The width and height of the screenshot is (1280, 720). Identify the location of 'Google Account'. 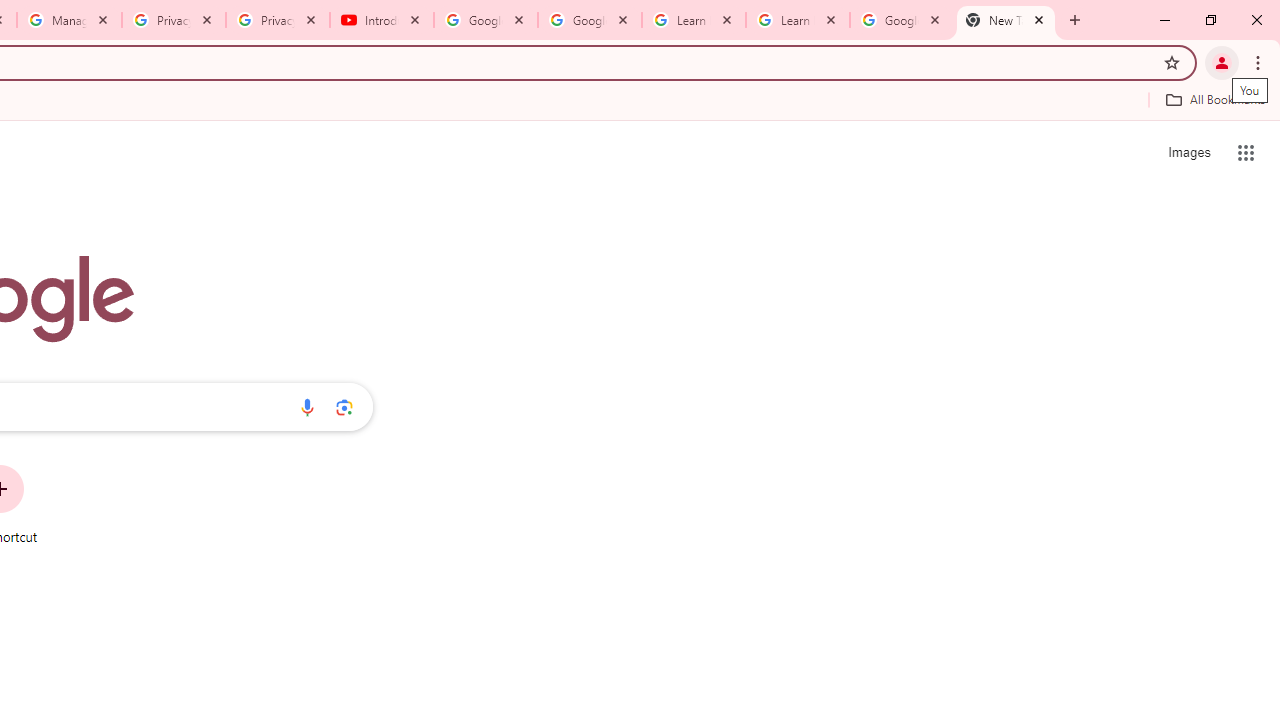
(900, 20).